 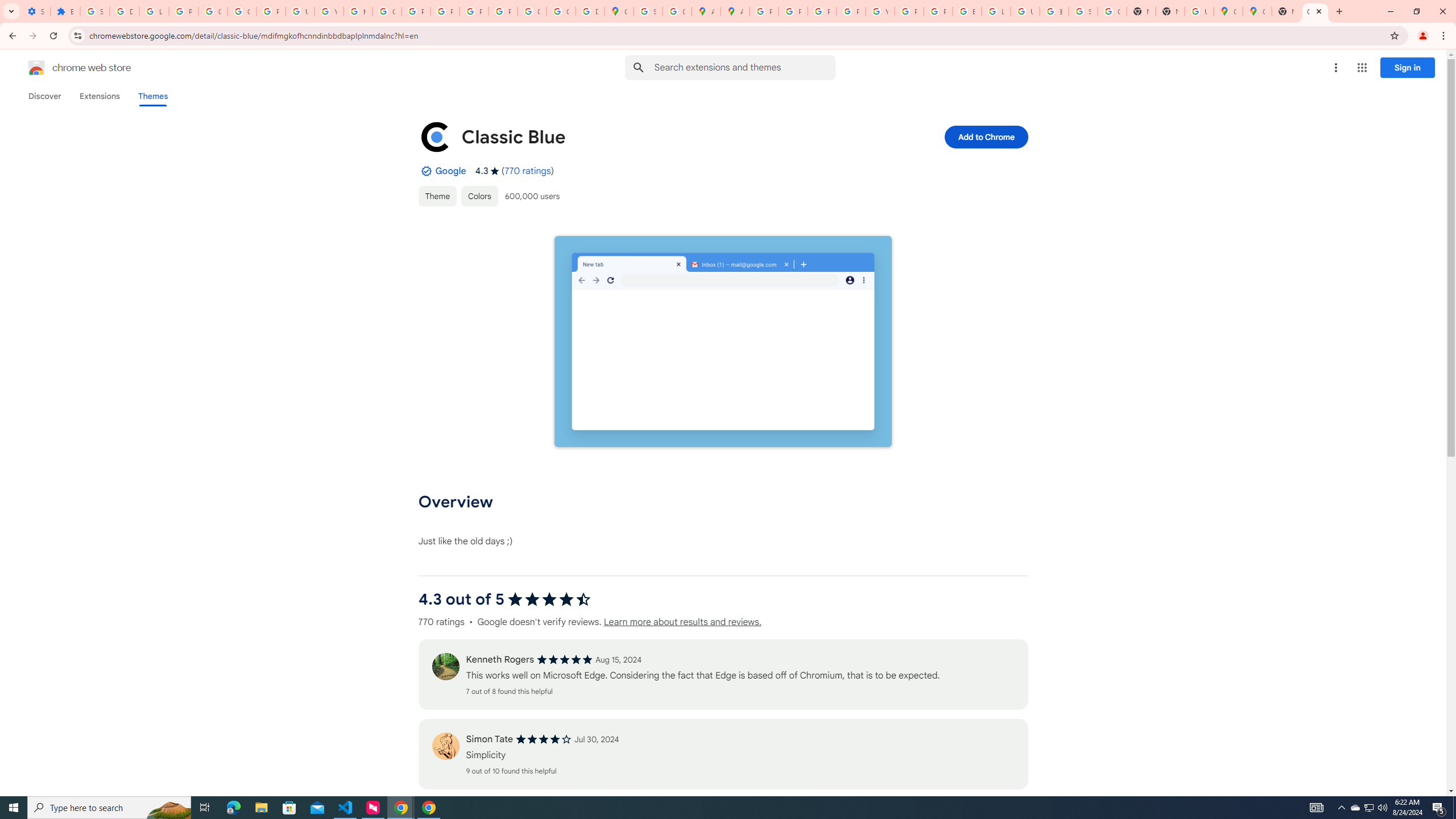 I want to click on 'YouTube', so click(x=328, y=11).